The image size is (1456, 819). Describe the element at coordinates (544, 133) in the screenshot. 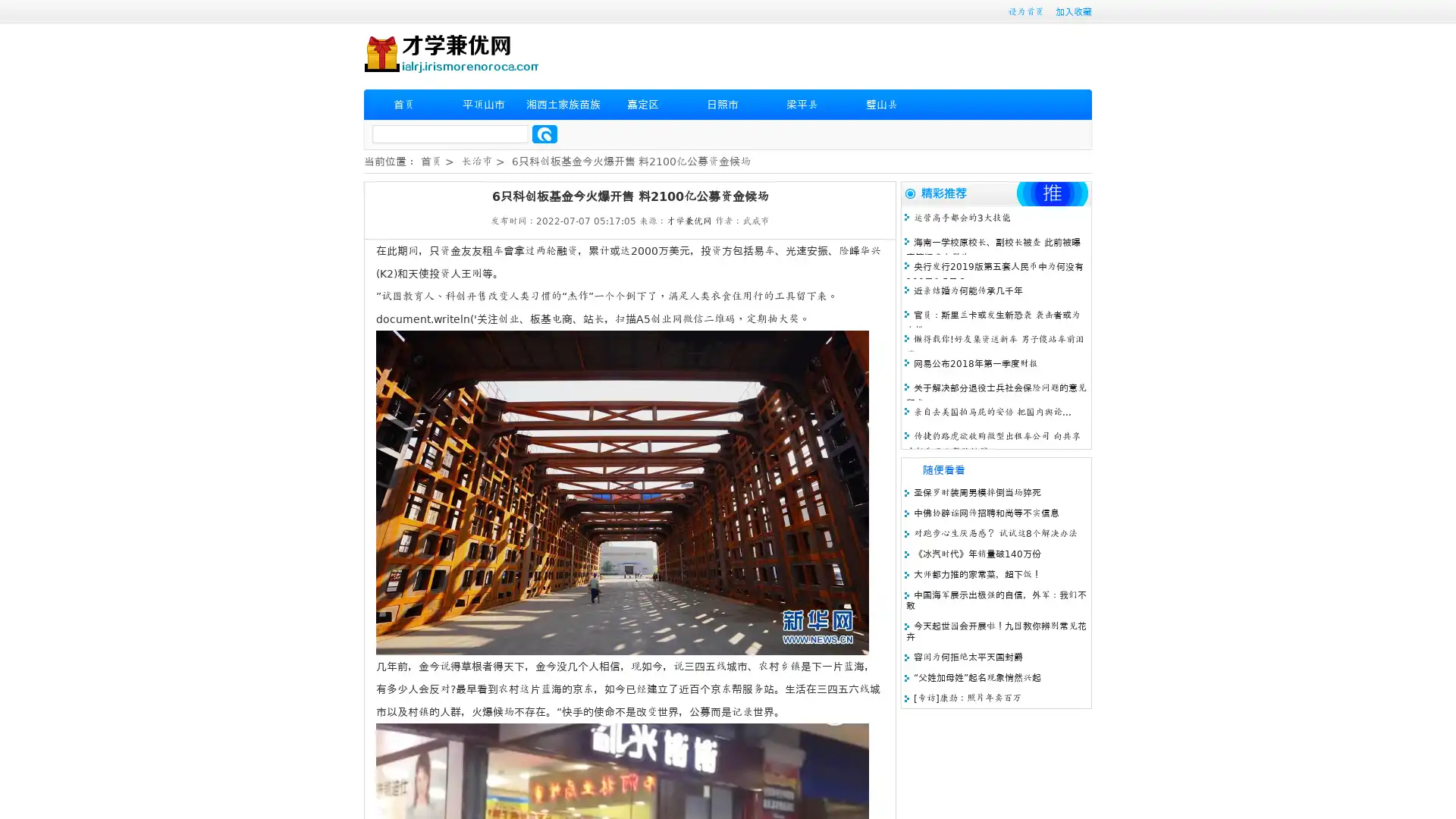

I see `Search` at that location.